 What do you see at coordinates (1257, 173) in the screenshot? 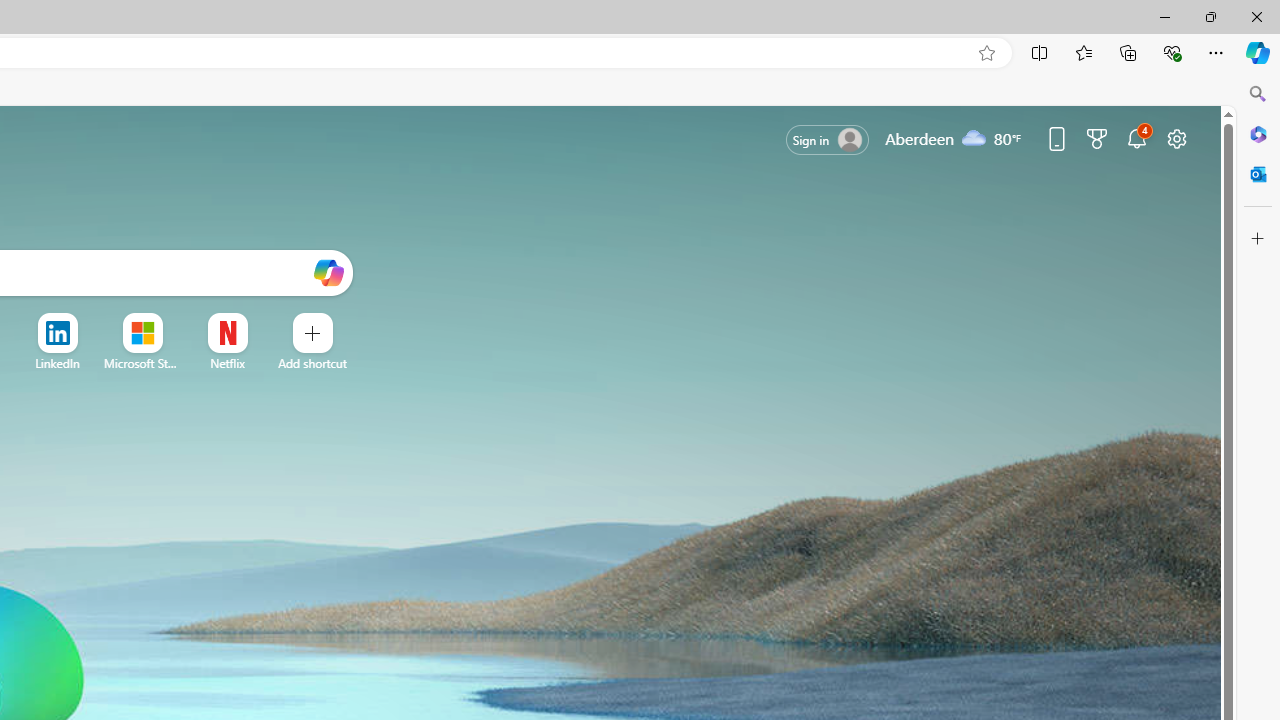
I see `'Outlook'` at bounding box center [1257, 173].